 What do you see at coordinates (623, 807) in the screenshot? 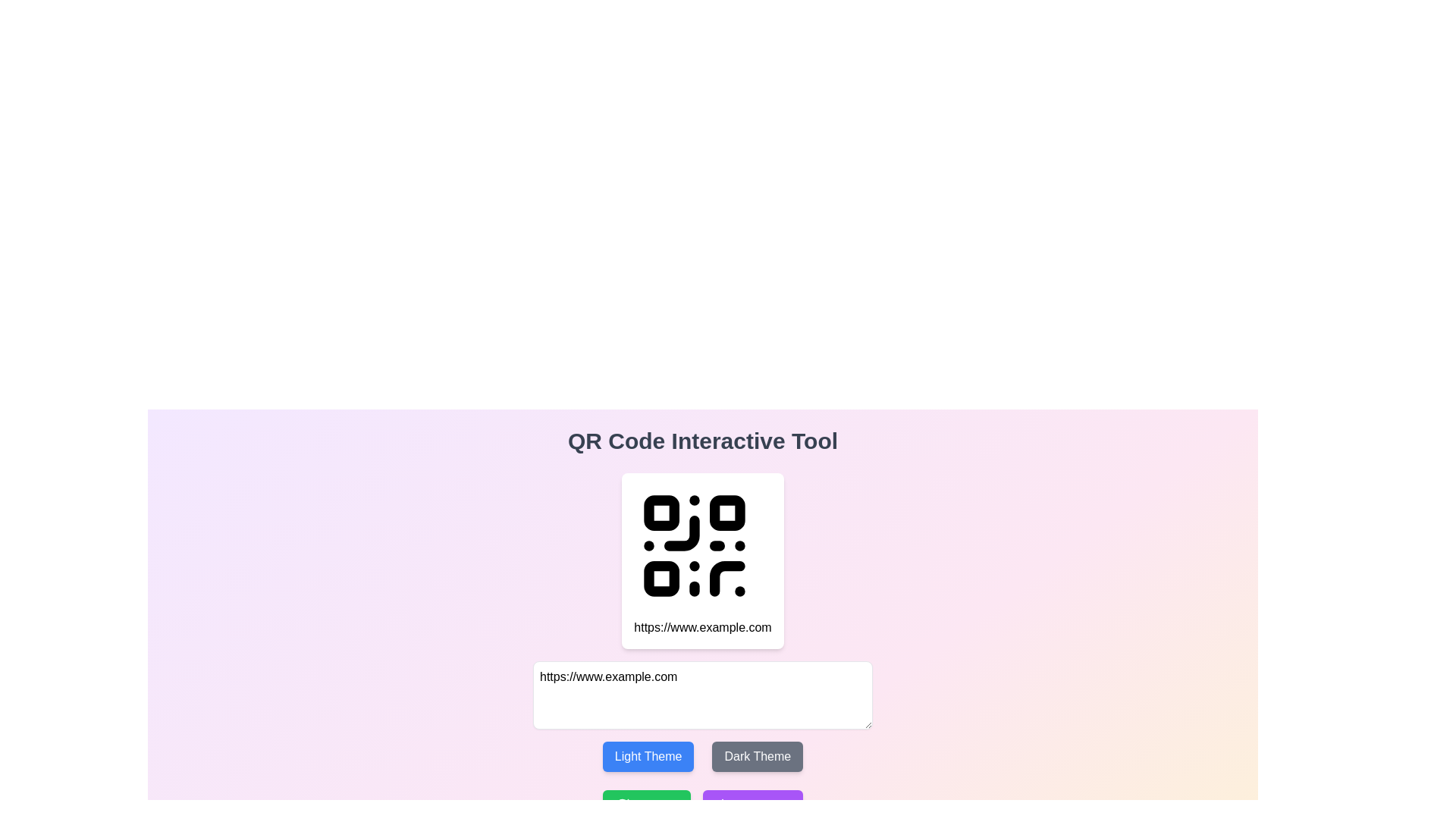
I see `the curved arrow-like shape that is part of the refresh SVG icon located at the bottom right corner of the interface` at bounding box center [623, 807].